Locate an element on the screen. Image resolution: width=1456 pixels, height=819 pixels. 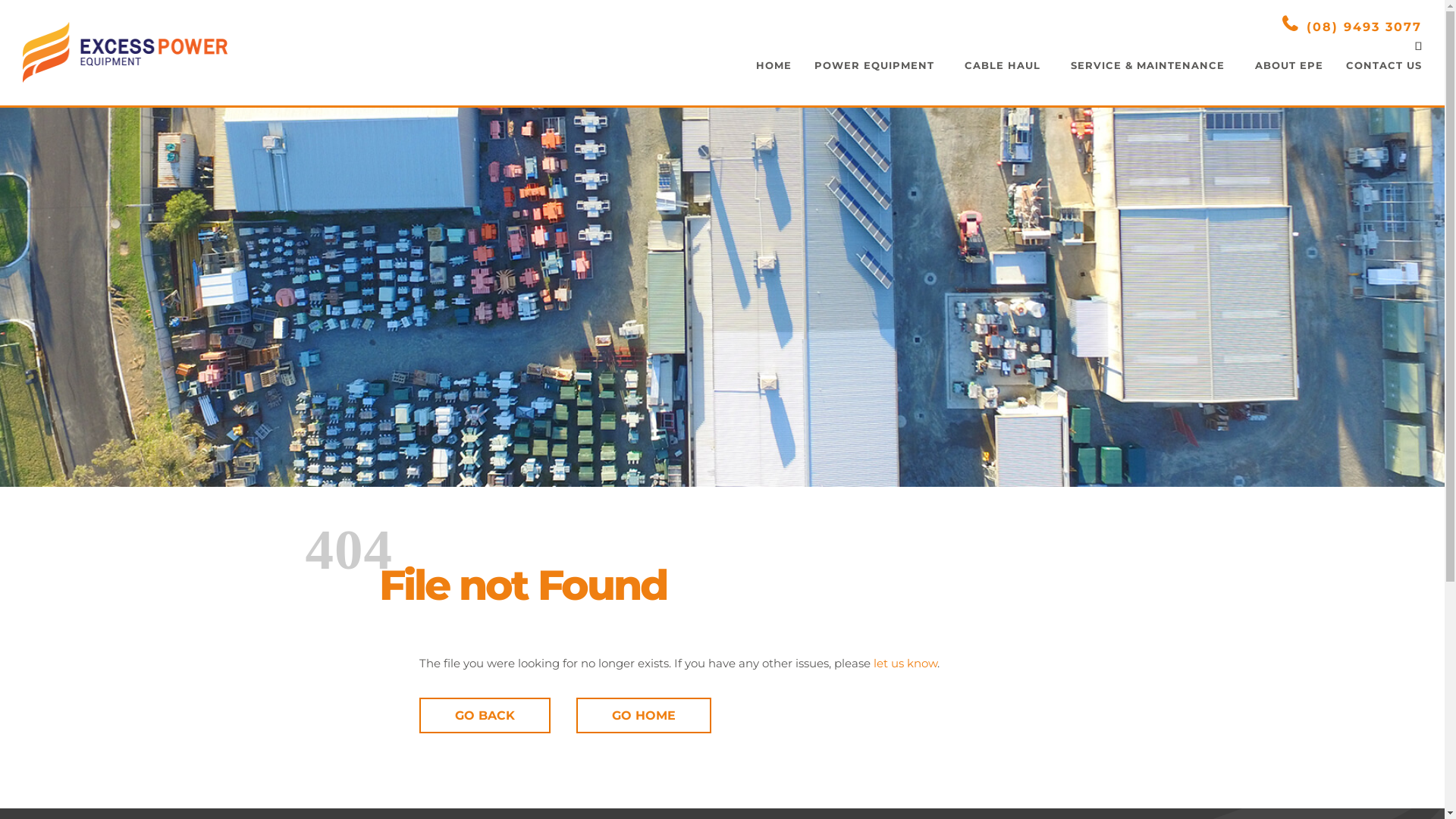
'CONTACT US' is located at coordinates (1379, 80).